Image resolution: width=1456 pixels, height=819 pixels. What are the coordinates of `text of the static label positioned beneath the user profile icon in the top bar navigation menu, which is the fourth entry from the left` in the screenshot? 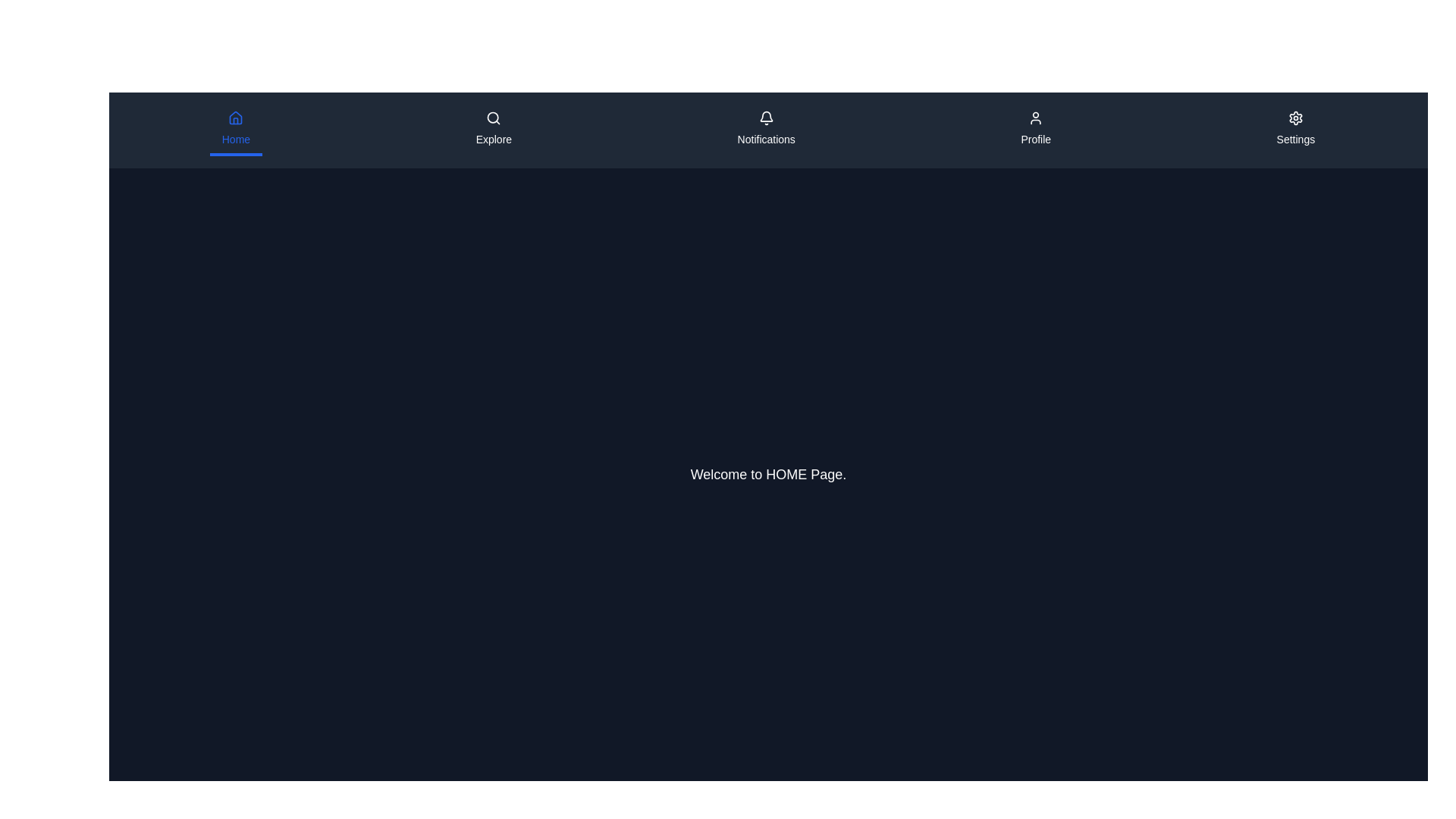 It's located at (1035, 140).